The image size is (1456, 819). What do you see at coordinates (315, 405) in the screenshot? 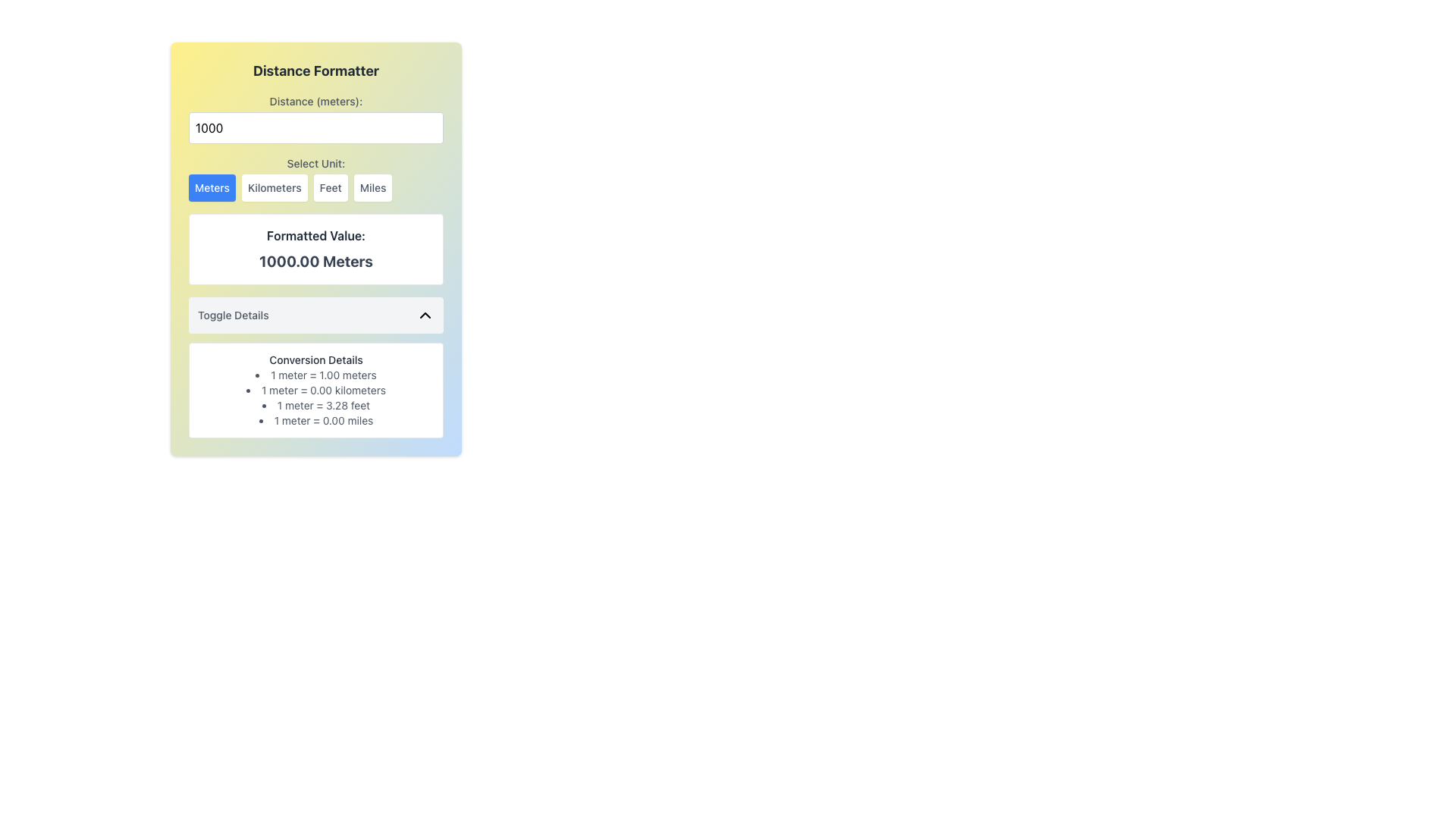
I see `the informational text that displays the conversion value of one meter into feet, which is the third item in a vertically stacked bullet-pointed list of conversion details` at bounding box center [315, 405].